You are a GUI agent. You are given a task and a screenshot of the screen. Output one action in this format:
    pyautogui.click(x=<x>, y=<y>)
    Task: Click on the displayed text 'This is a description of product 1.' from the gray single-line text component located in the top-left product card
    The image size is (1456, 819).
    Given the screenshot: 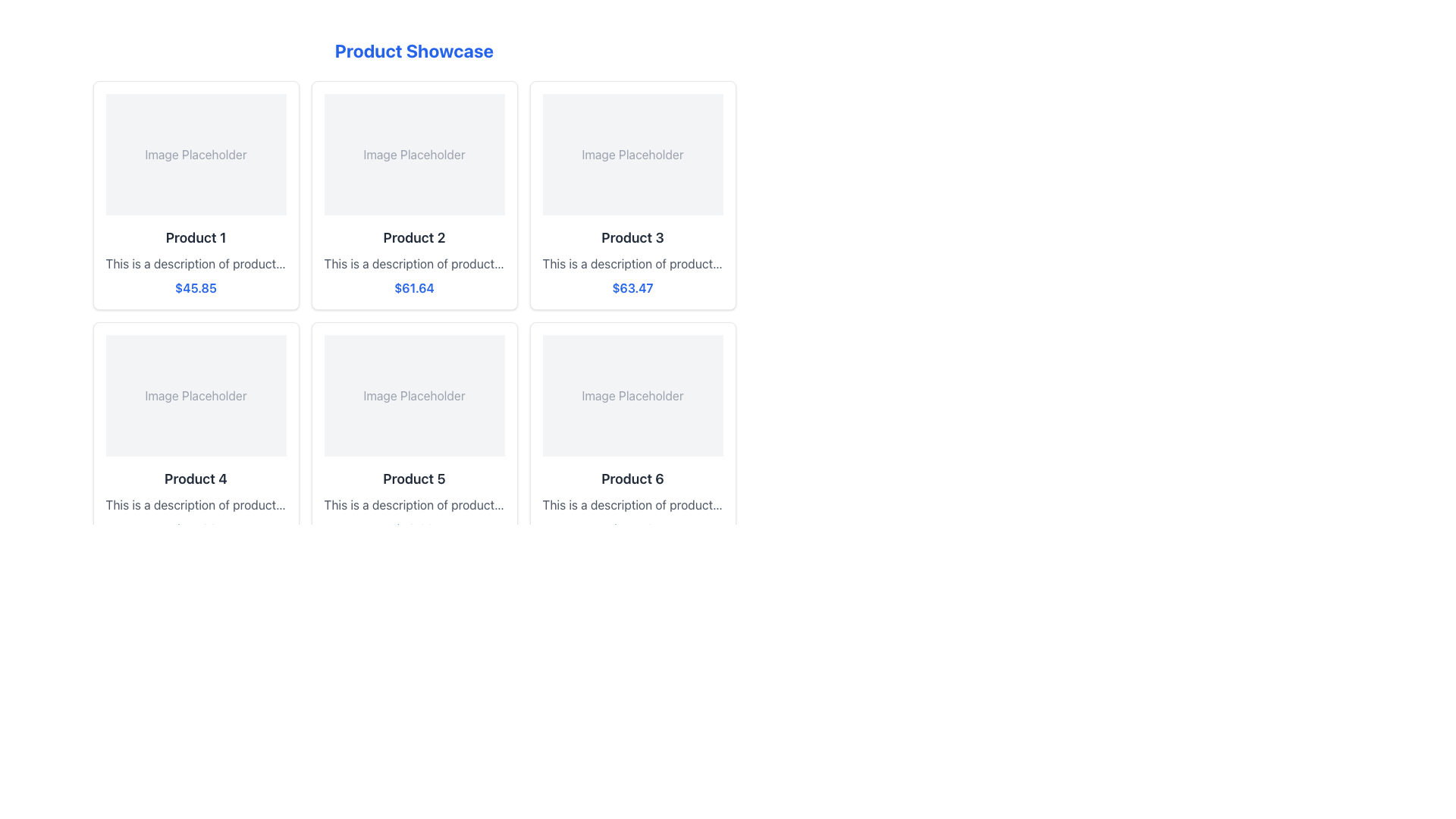 What is the action you would take?
    pyautogui.click(x=195, y=262)
    